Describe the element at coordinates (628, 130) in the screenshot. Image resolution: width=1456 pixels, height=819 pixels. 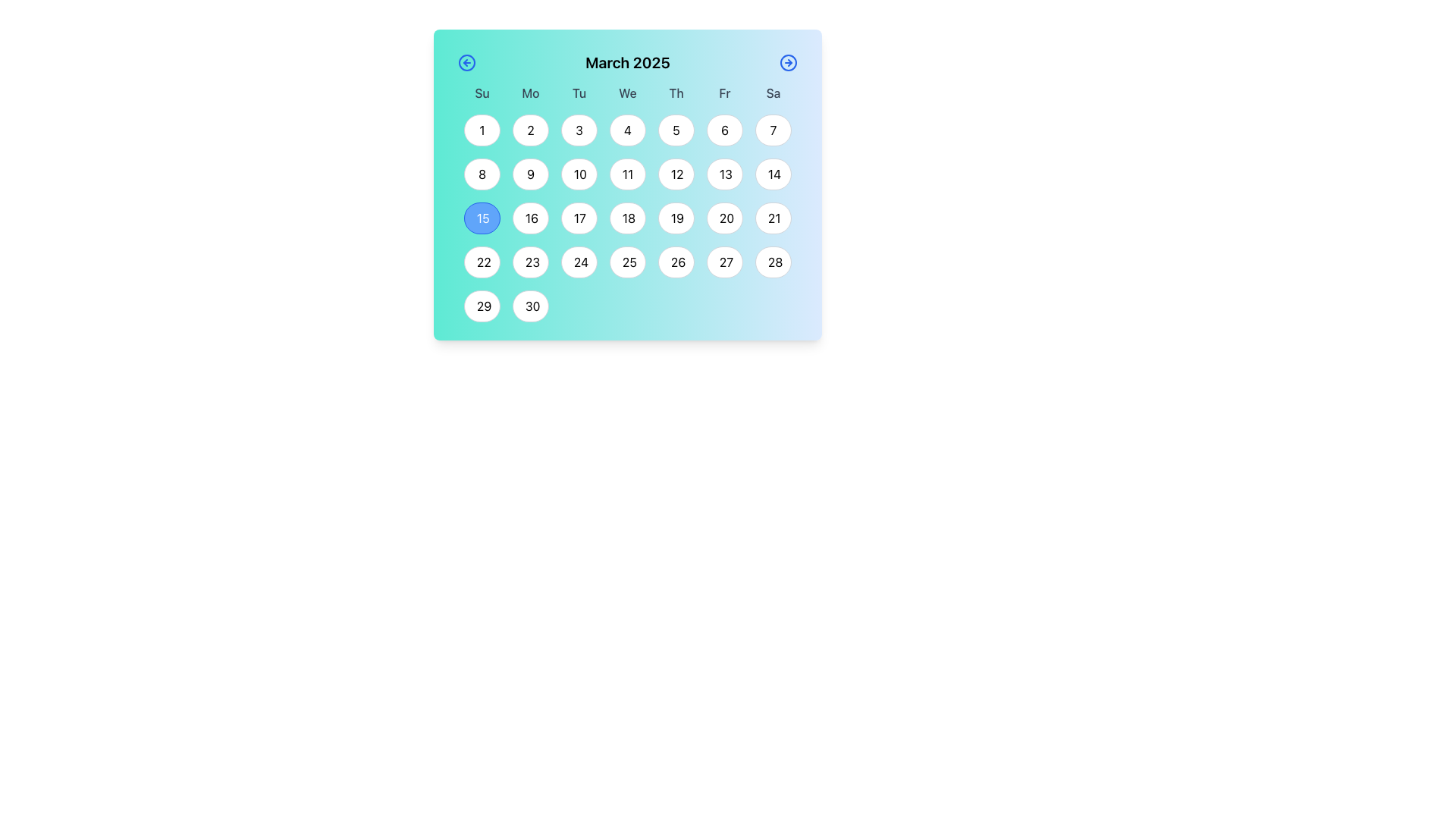
I see `the circular button labeled '4' in the calendar grid` at that location.